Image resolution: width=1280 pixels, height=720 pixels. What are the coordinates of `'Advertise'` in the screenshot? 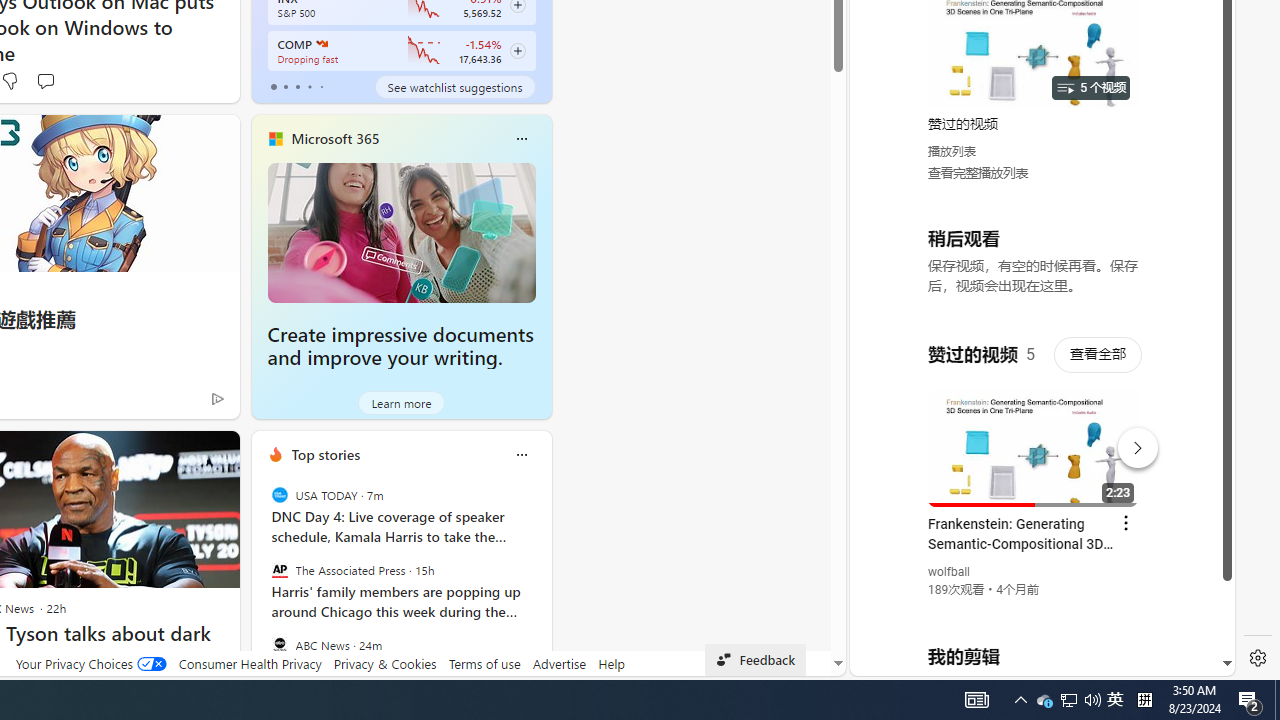 It's located at (560, 663).